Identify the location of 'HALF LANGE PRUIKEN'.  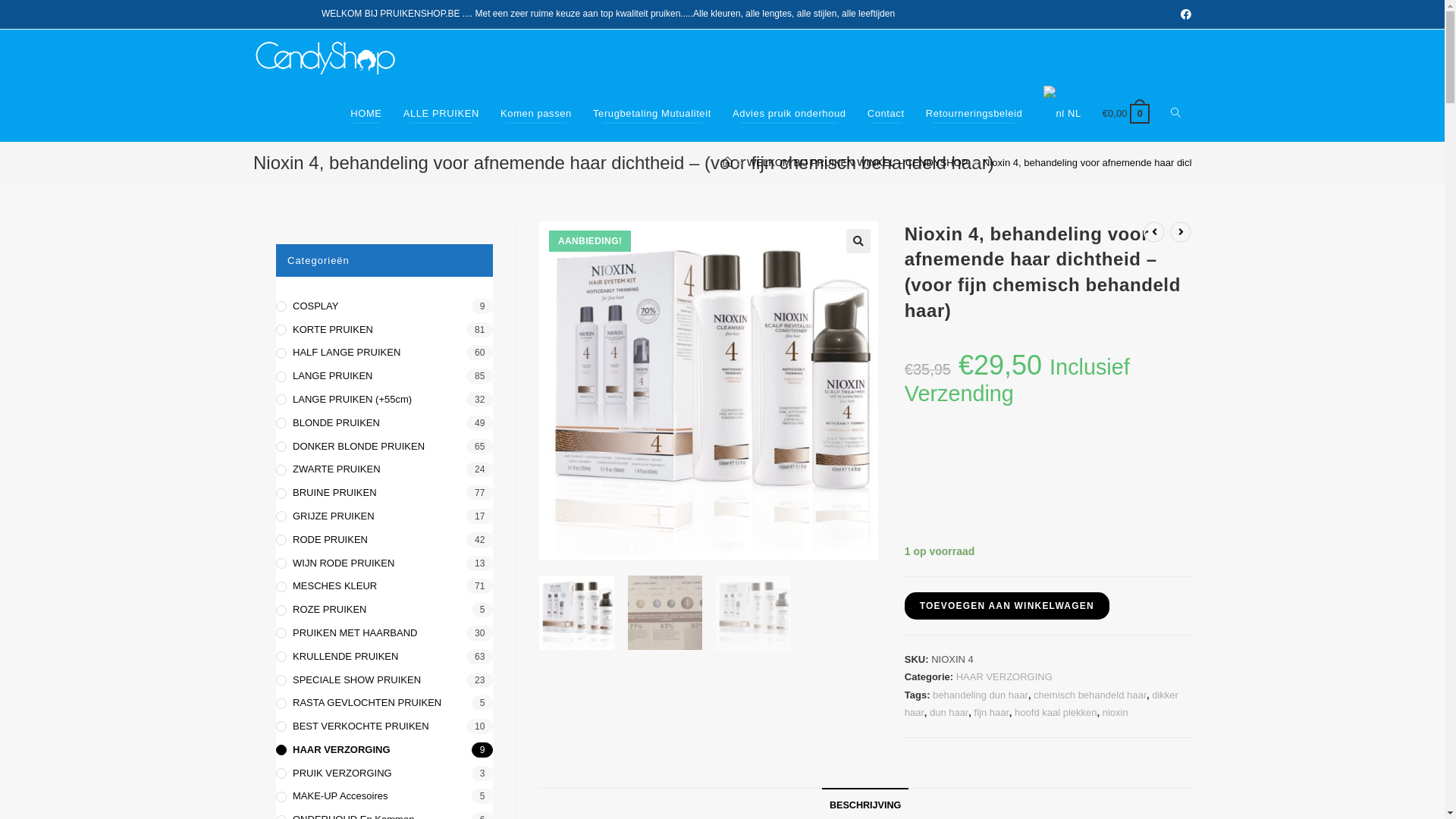
(276, 353).